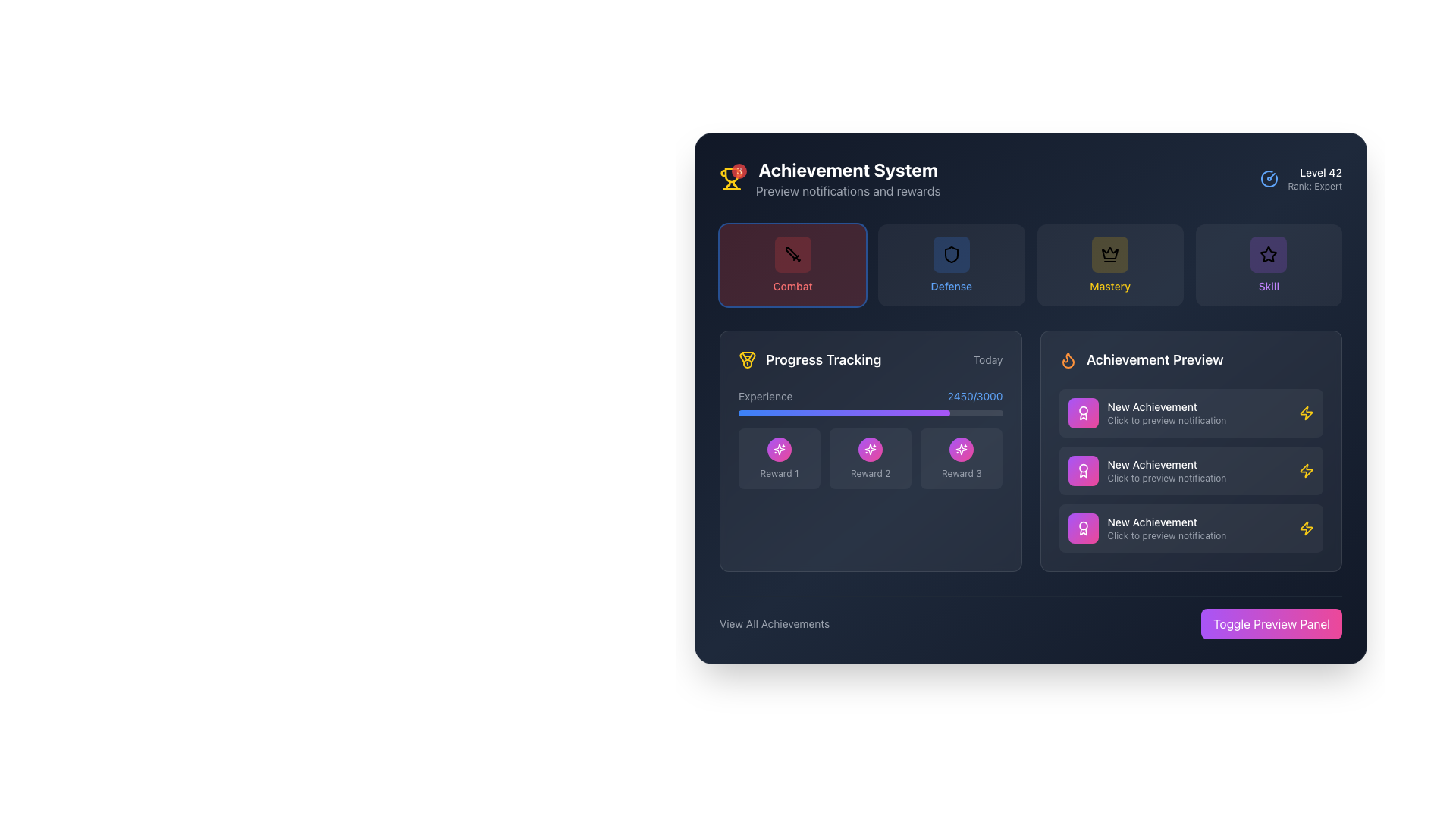 The height and width of the screenshot is (819, 1456). What do you see at coordinates (792, 253) in the screenshot?
I see `the 'Combat' category button, which is the first button in a horizontal group of four buttons located below the 'Achievement System' header` at bounding box center [792, 253].